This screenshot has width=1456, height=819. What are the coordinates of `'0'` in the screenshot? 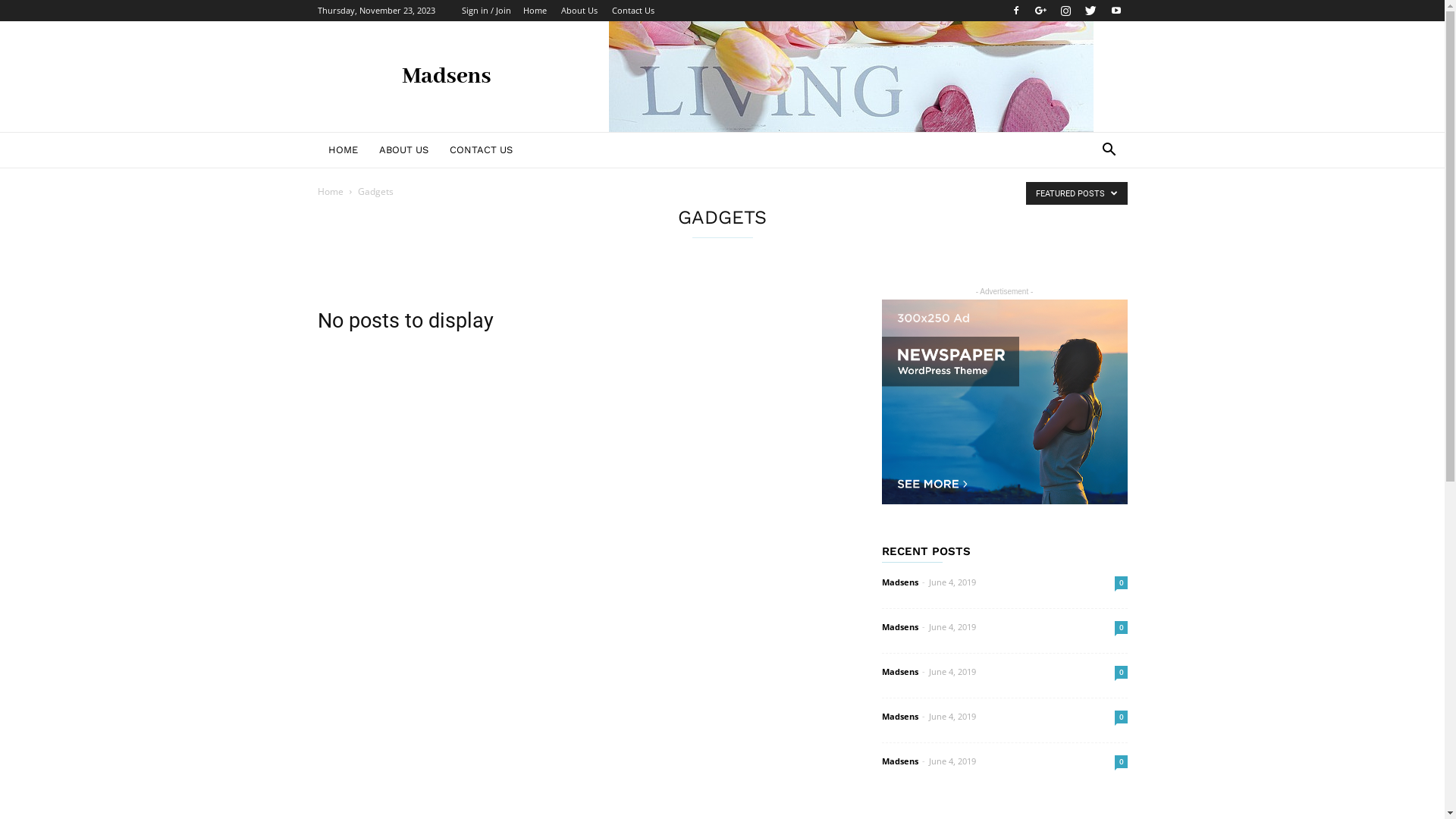 It's located at (1121, 671).